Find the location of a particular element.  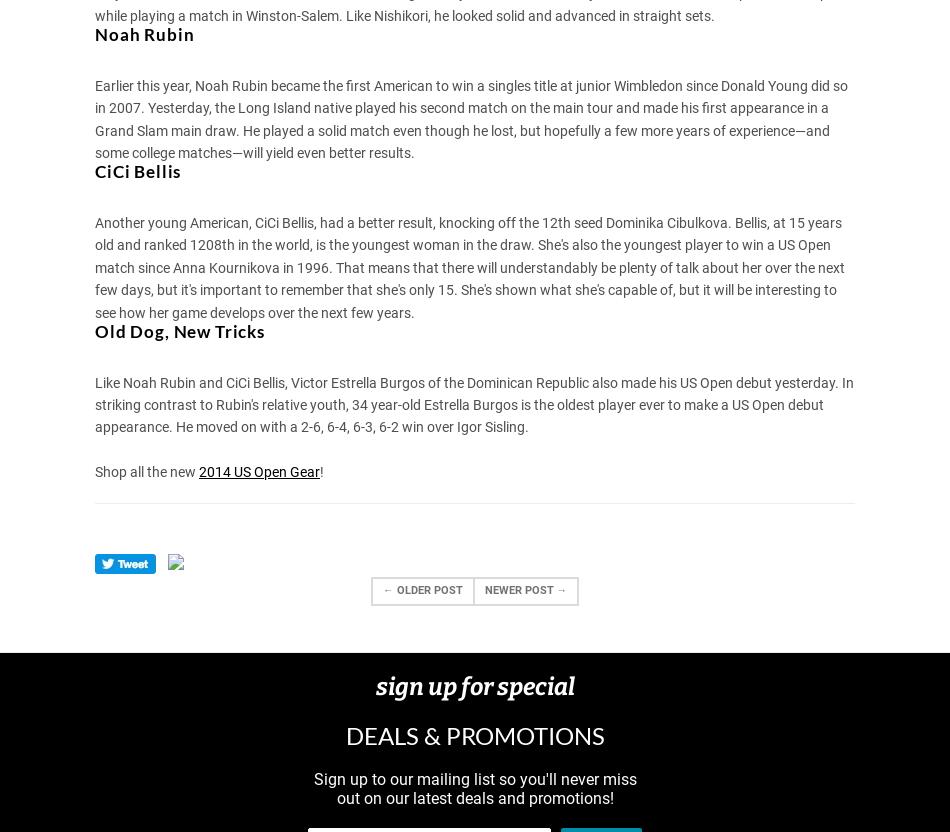

'← Older Post' is located at coordinates (421, 588).